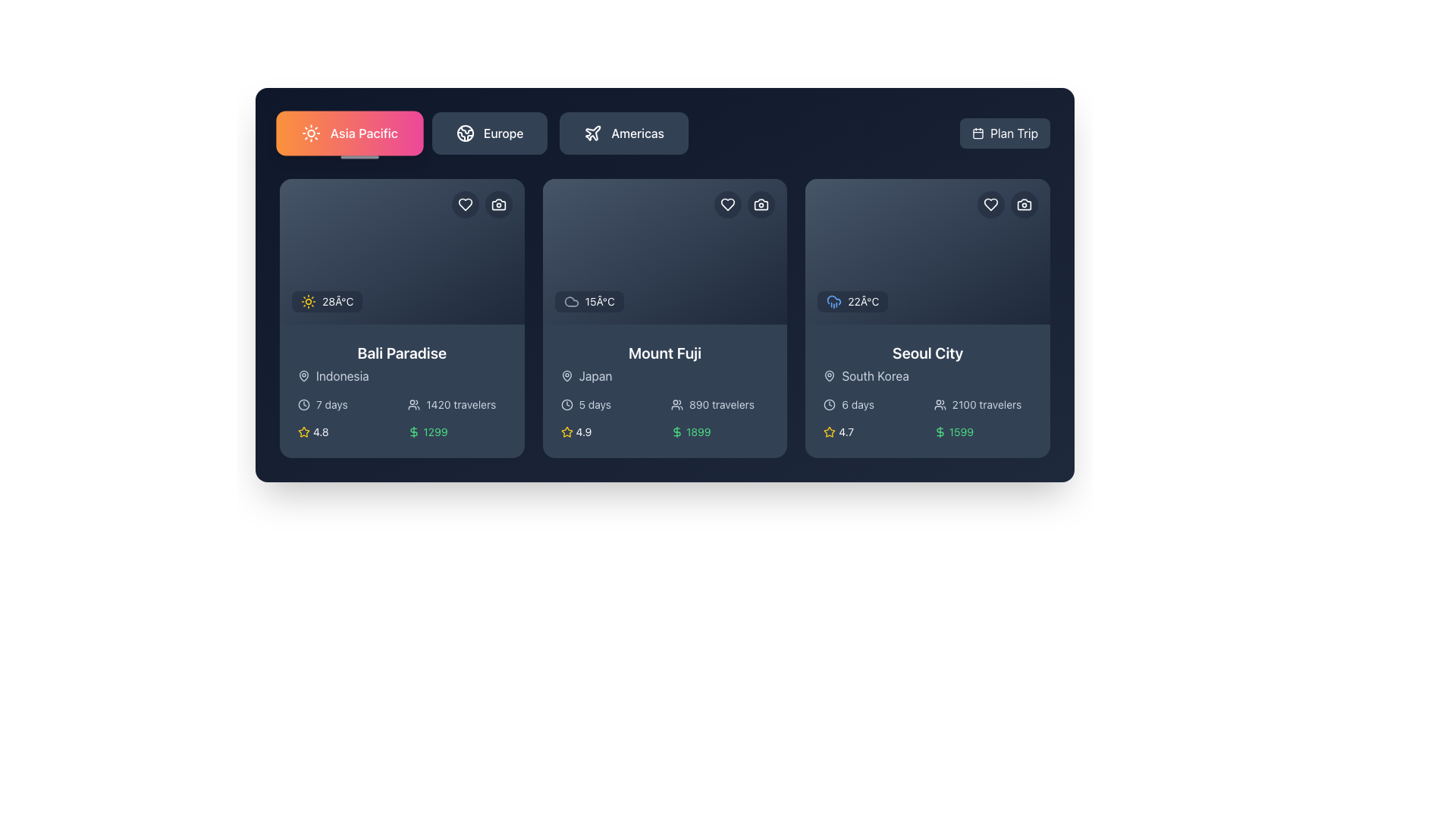  Describe the element at coordinates (665, 391) in the screenshot. I see `the informational card for Mount Fuji located` at that location.